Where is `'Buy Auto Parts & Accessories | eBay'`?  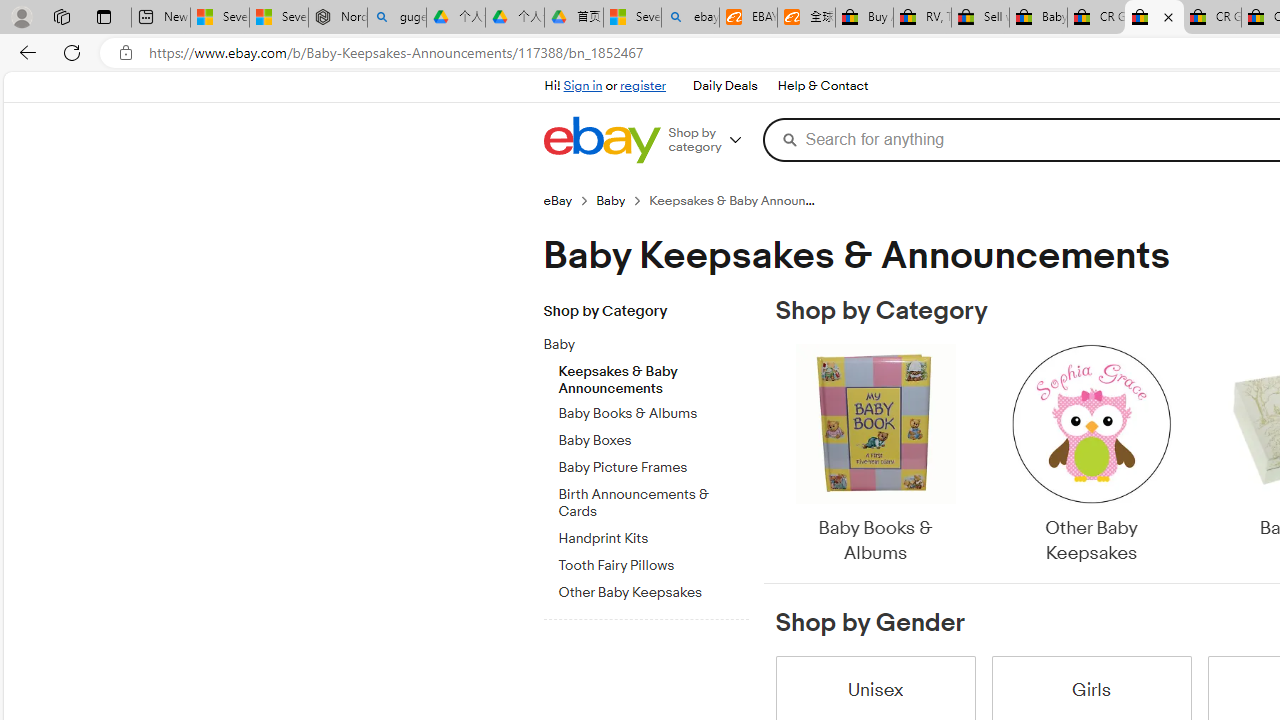
'Buy Auto Parts & Accessories | eBay' is located at coordinates (864, 17).